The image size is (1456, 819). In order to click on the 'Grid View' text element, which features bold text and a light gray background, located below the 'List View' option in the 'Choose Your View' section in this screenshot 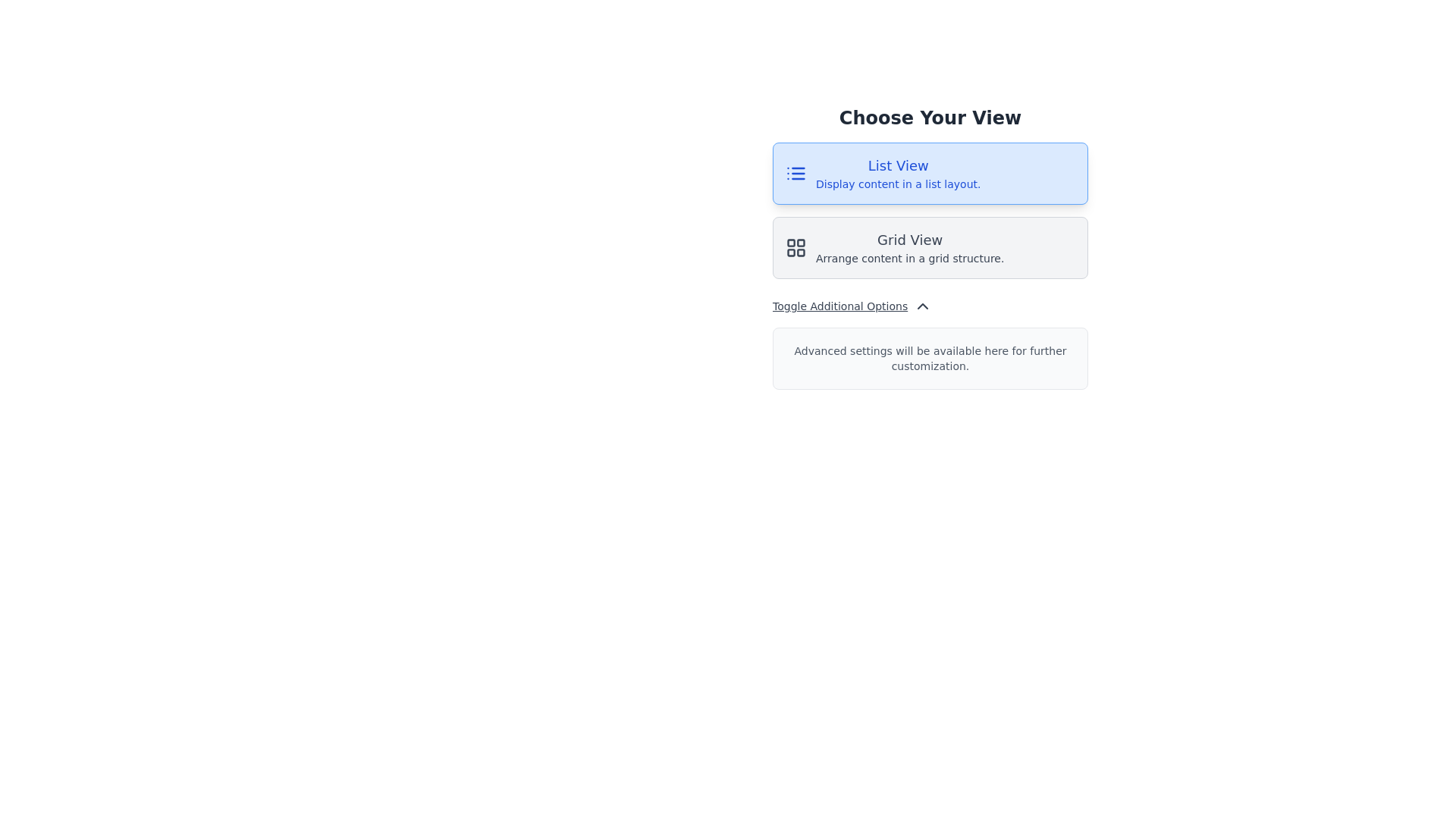, I will do `click(910, 247)`.